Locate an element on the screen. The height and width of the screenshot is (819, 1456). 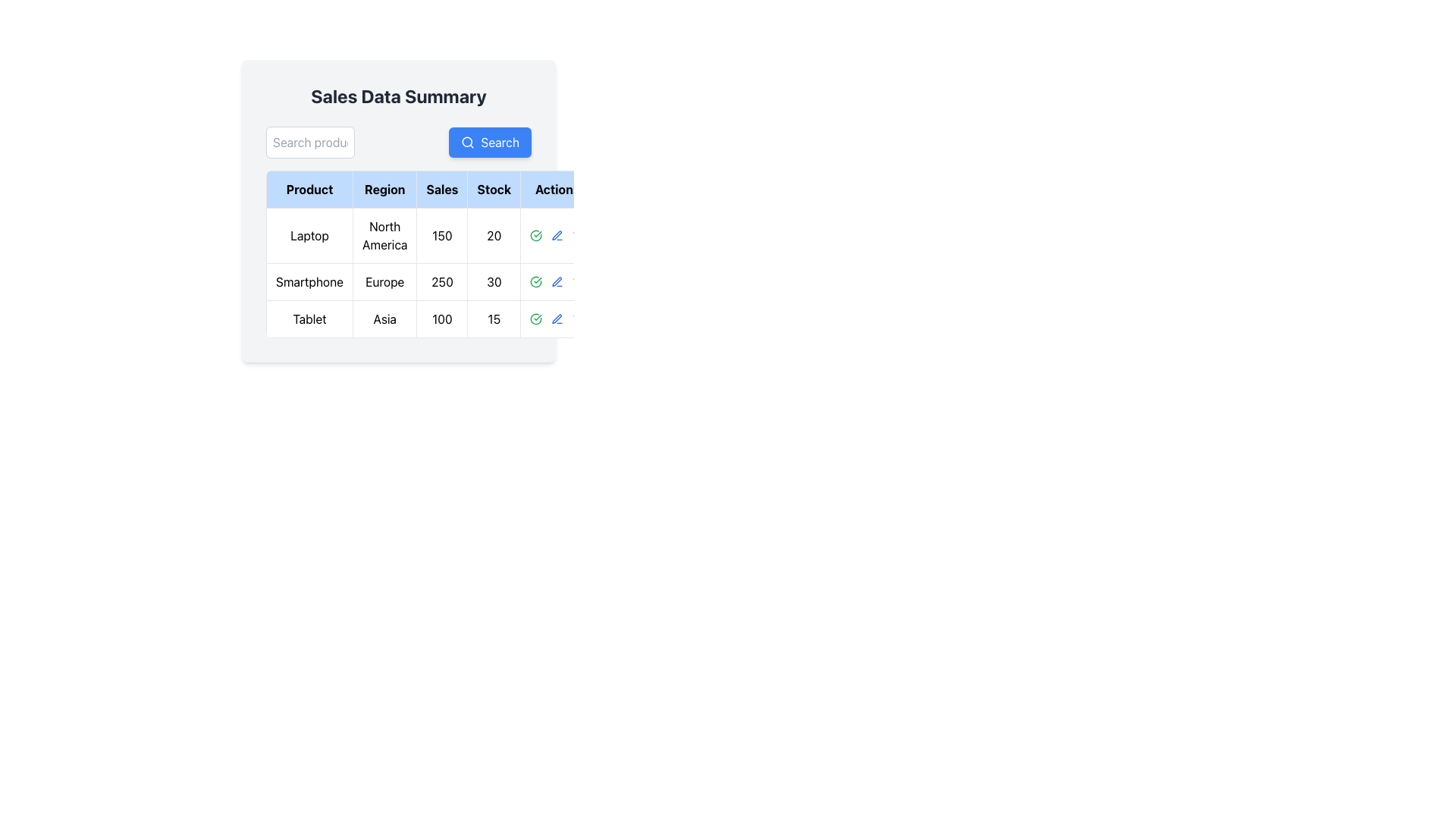
the pen icon in the 'Action' column is located at coordinates (557, 281).